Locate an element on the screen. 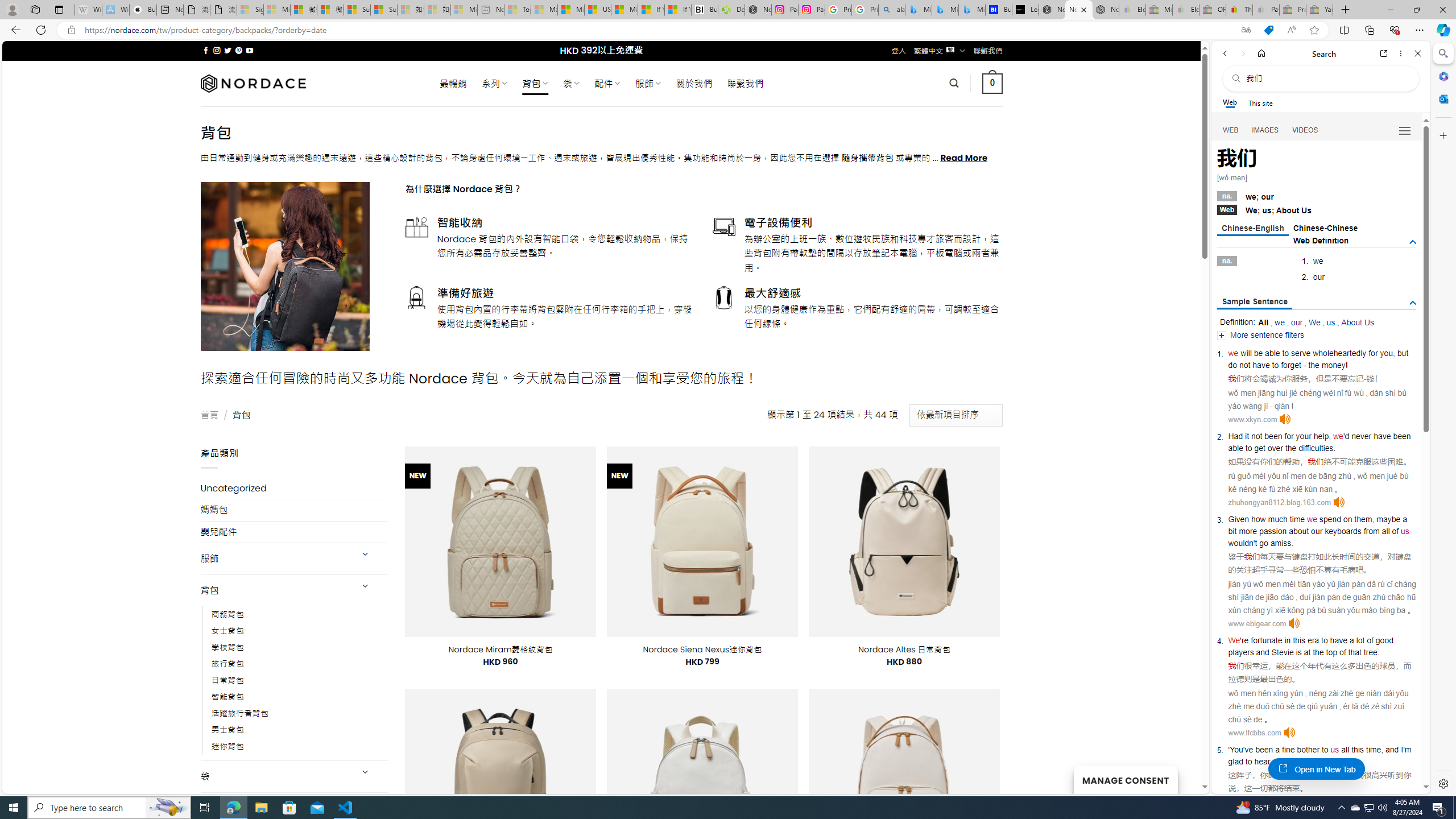 The height and width of the screenshot is (819, 1456). 'have' is located at coordinates (1338, 640).